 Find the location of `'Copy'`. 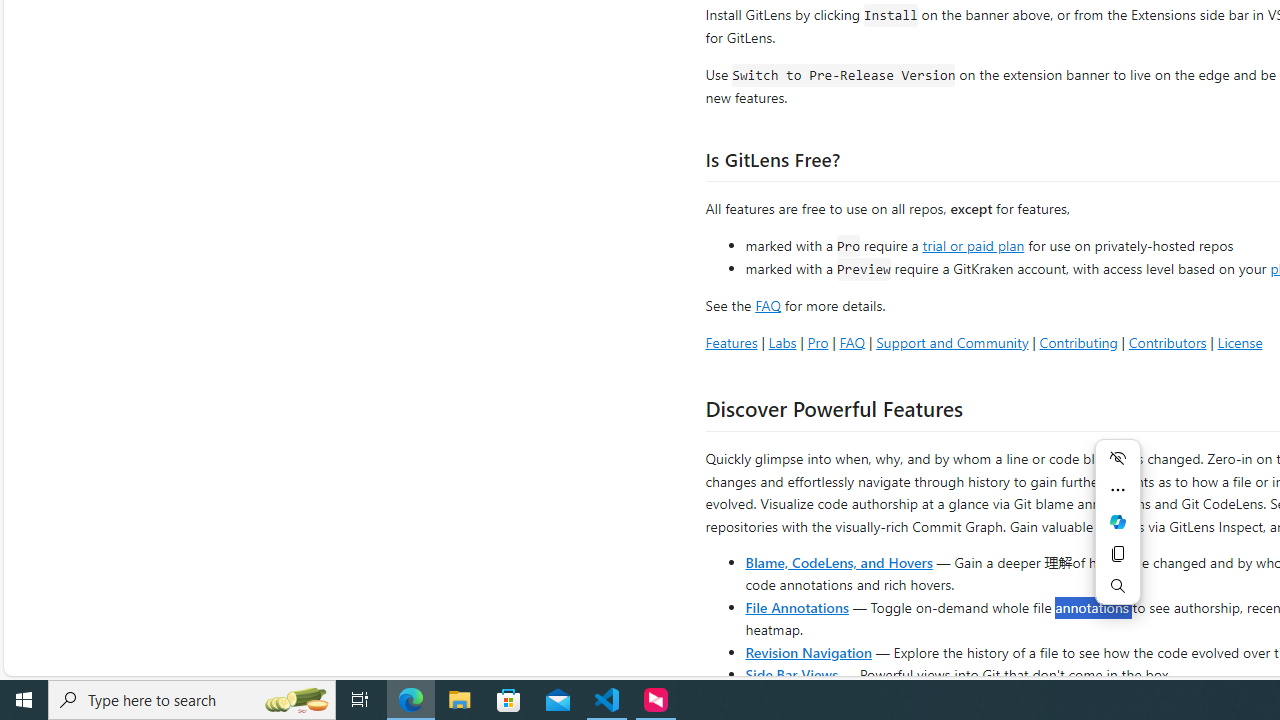

'Copy' is located at coordinates (1117, 554).